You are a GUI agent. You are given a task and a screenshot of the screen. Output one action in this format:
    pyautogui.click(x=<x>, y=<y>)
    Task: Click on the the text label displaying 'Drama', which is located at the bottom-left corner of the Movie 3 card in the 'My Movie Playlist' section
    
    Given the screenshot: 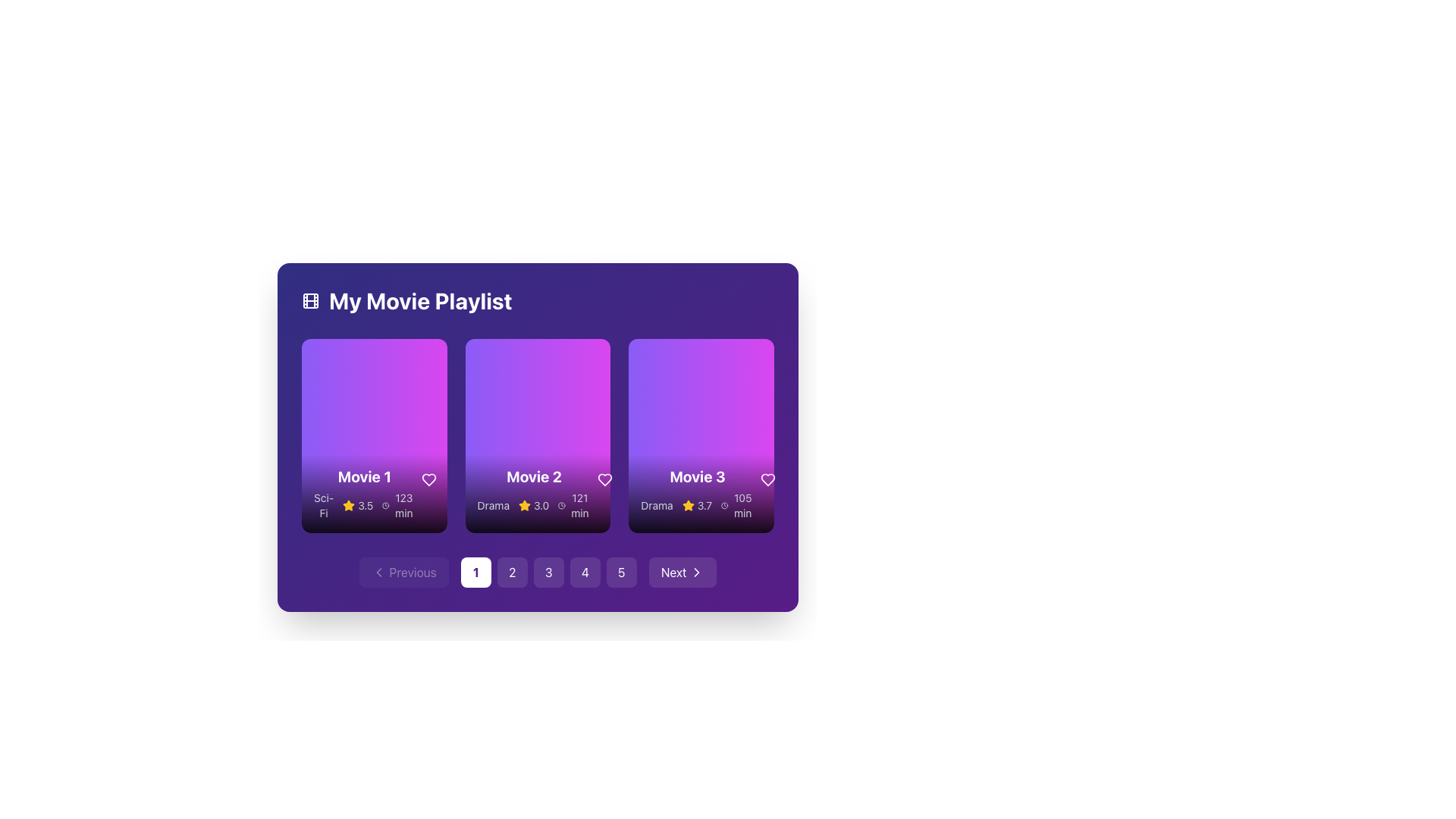 What is the action you would take?
    pyautogui.click(x=657, y=506)
    